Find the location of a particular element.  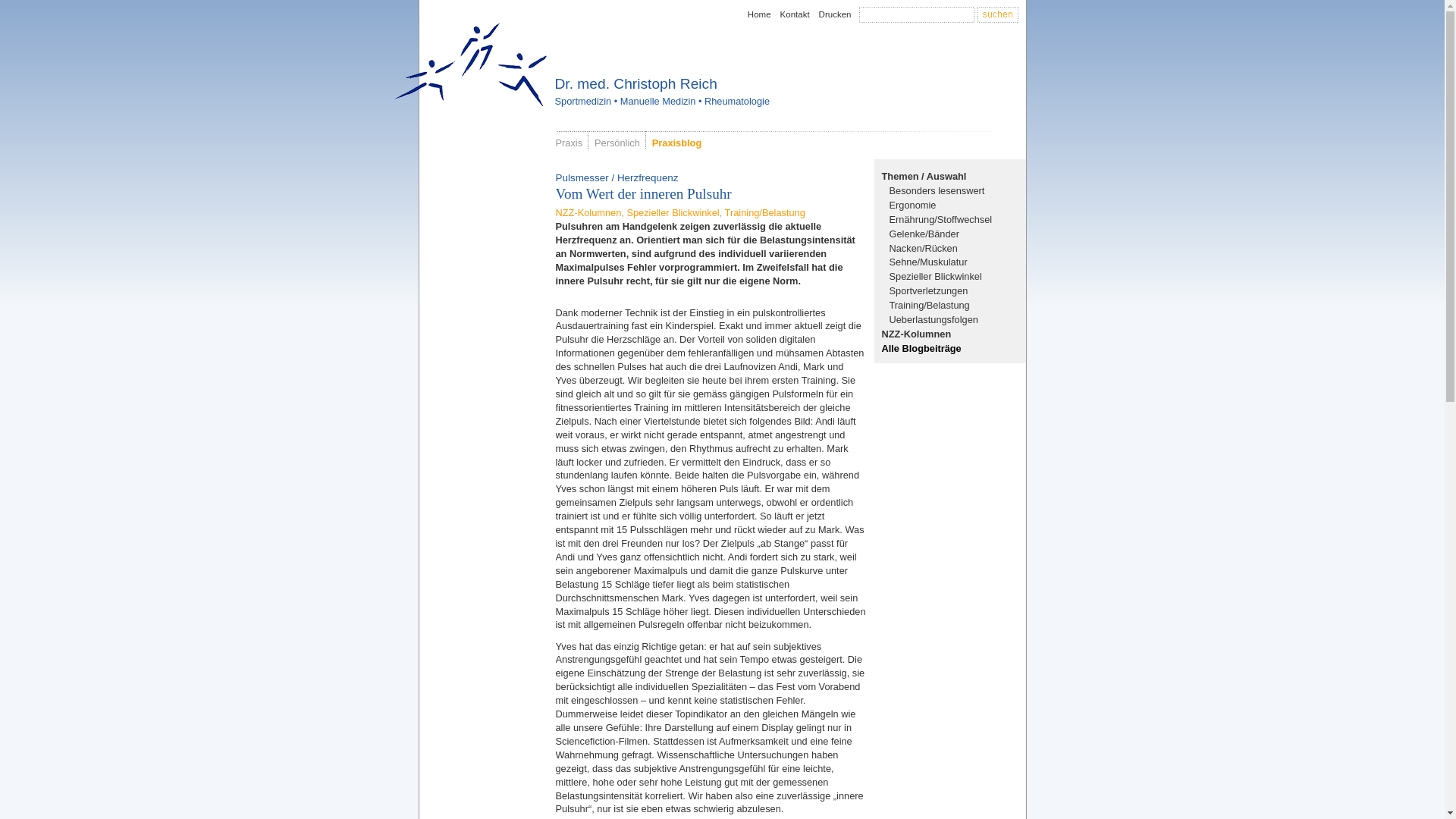

'Praxisblog' is located at coordinates (676, 143).